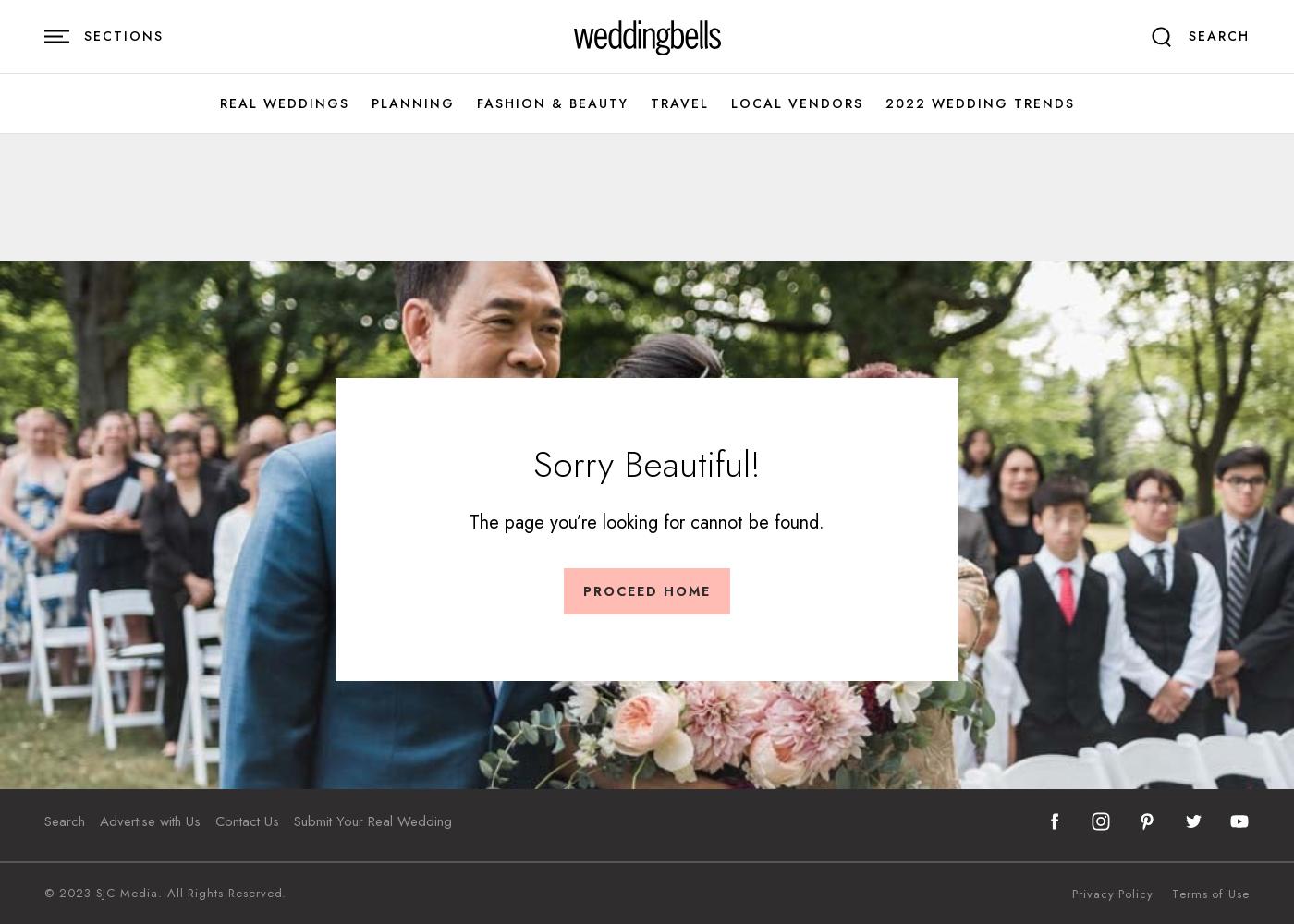 The height and width of the screenshot is (924, 1294). Describe the element at coordinates (412, 103) in the screenshot. I see `'Planning'` at that location.